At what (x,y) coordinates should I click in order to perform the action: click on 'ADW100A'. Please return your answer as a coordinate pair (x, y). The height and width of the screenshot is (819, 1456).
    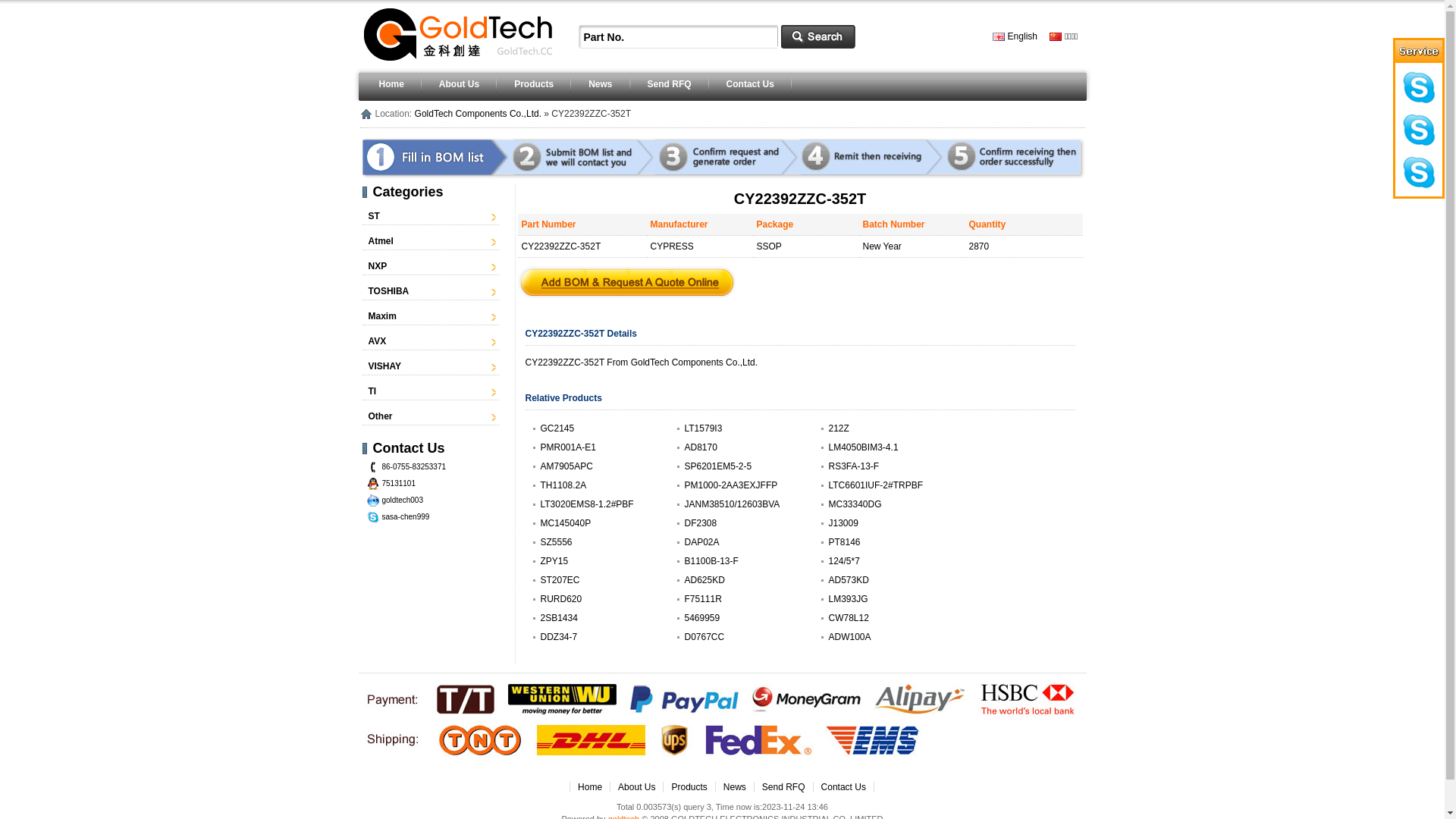
    Looking at the image, I should click on (827, 637).